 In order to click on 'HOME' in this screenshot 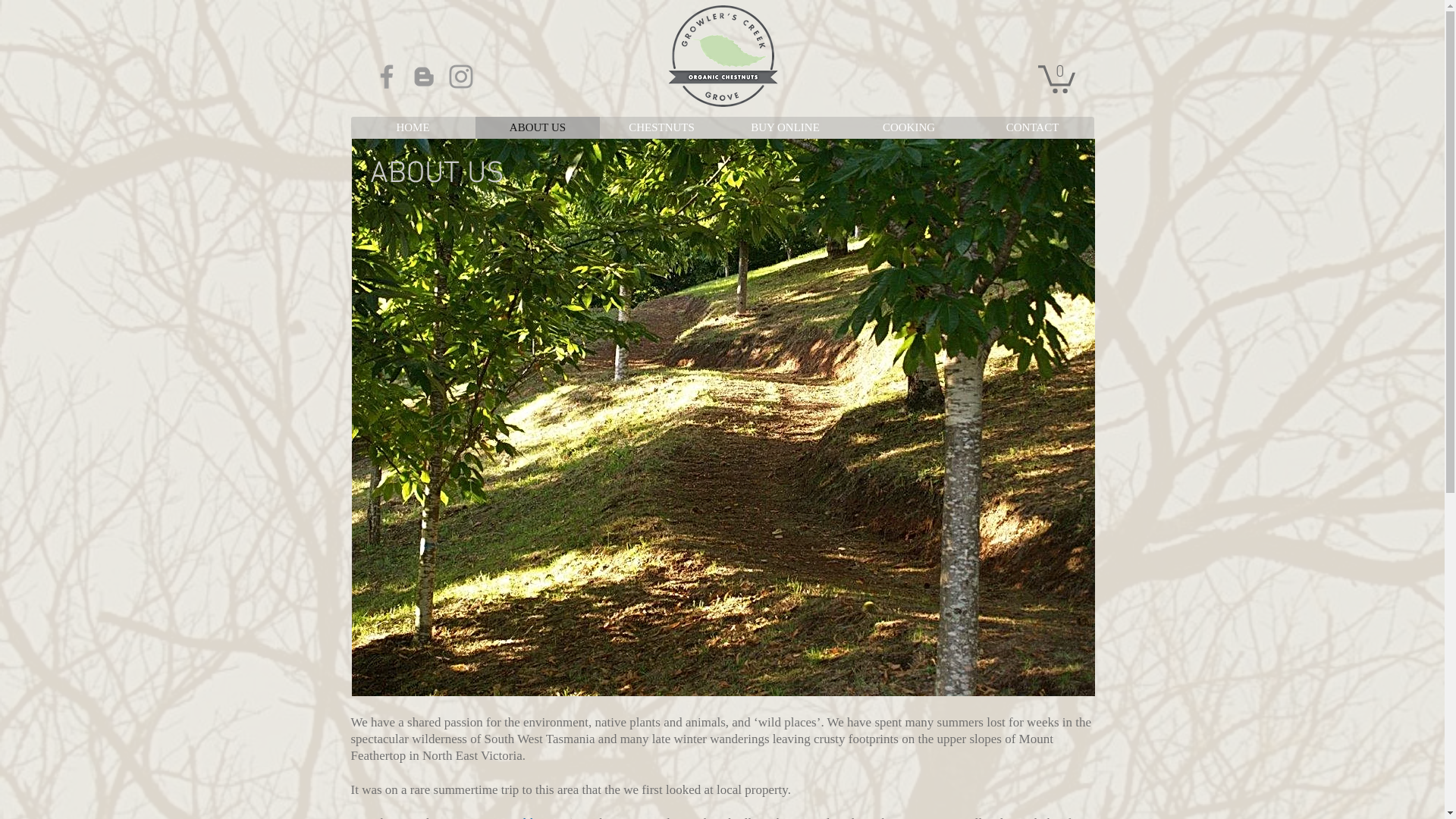, I will do `click(412, 127)`.